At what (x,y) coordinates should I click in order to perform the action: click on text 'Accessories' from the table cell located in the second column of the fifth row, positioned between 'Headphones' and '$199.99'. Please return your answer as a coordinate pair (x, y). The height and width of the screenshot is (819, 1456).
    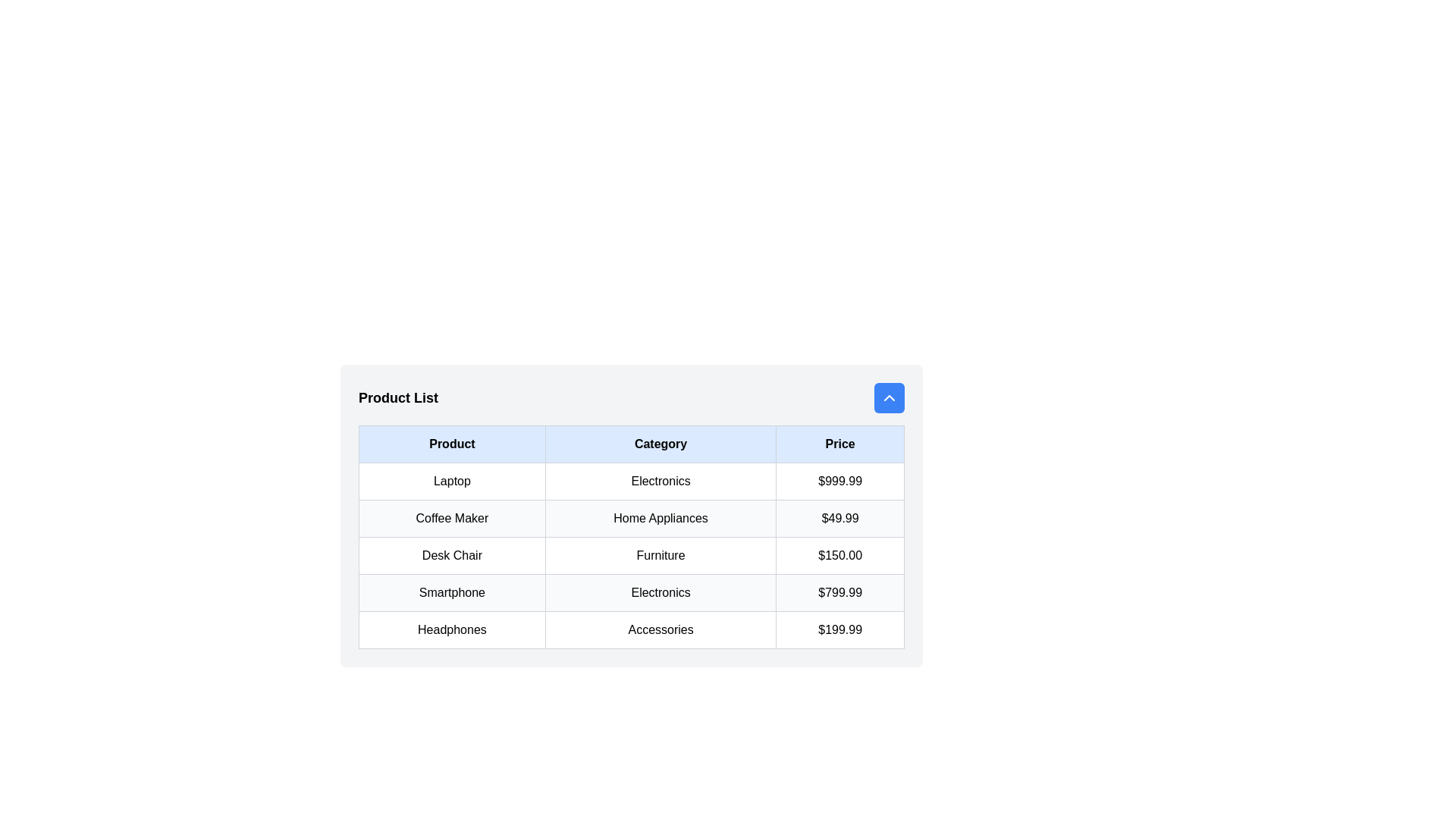
    Looking at the image, I should click on (661, 629).